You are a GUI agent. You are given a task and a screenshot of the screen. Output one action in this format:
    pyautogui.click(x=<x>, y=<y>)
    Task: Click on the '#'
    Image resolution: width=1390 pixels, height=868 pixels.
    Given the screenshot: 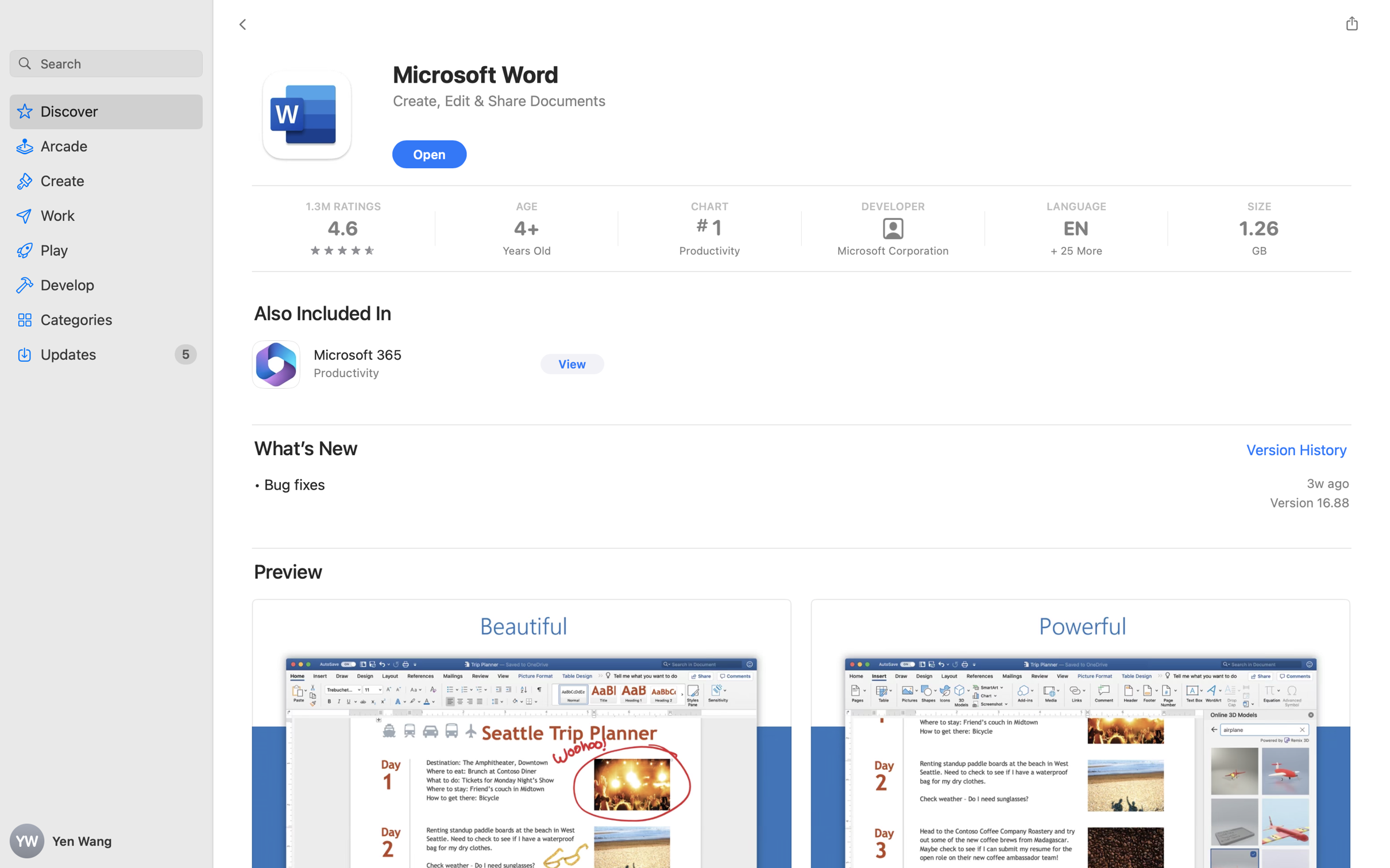 What is the action you would take?
    pyautogui.click(x=701, y=224)
    